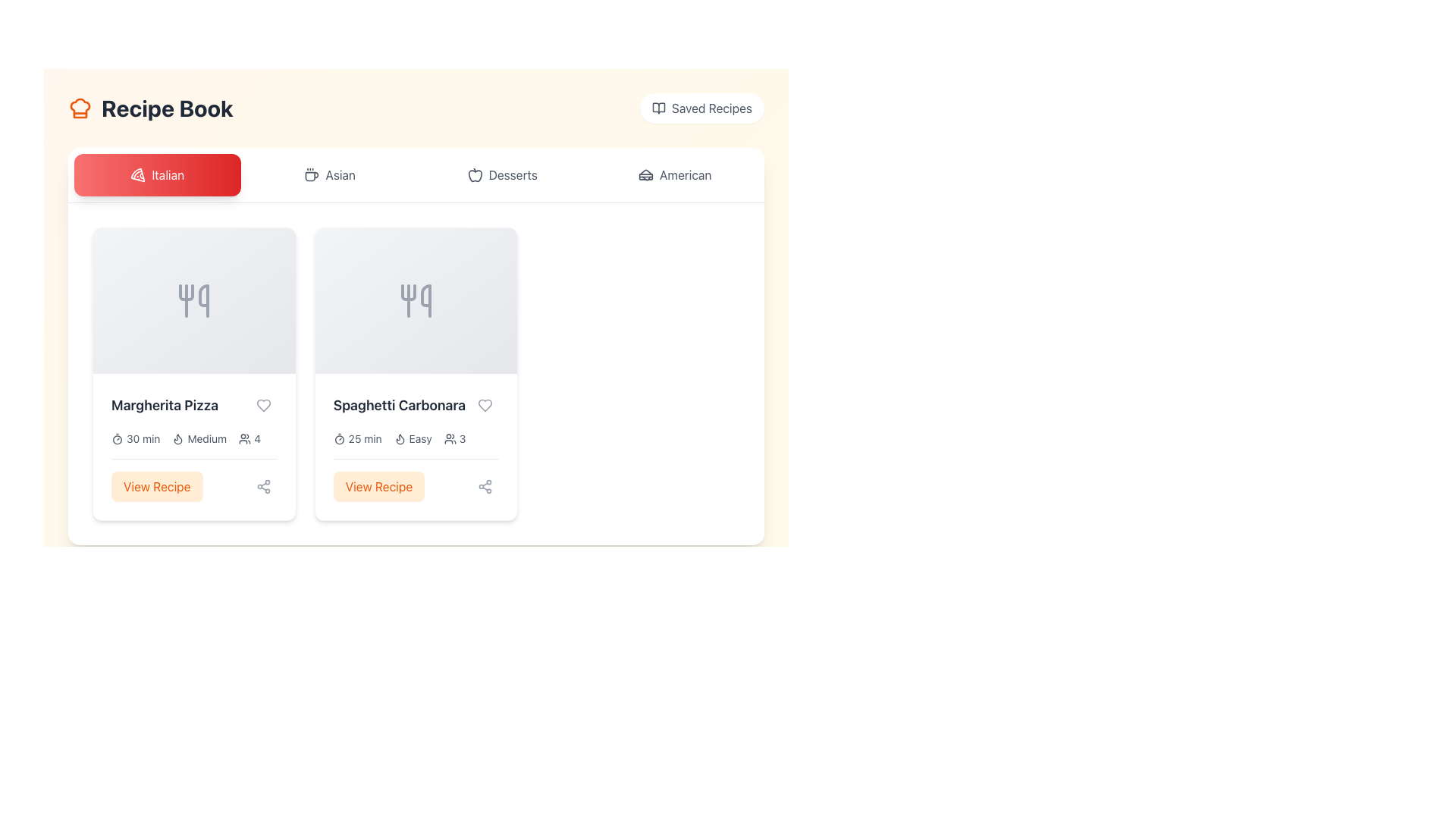  What do you see at coordinates (674, 174) in the screenshot?
I see `the 'American' menu item button with a sandwich icon` at bounding box center [674, 174].